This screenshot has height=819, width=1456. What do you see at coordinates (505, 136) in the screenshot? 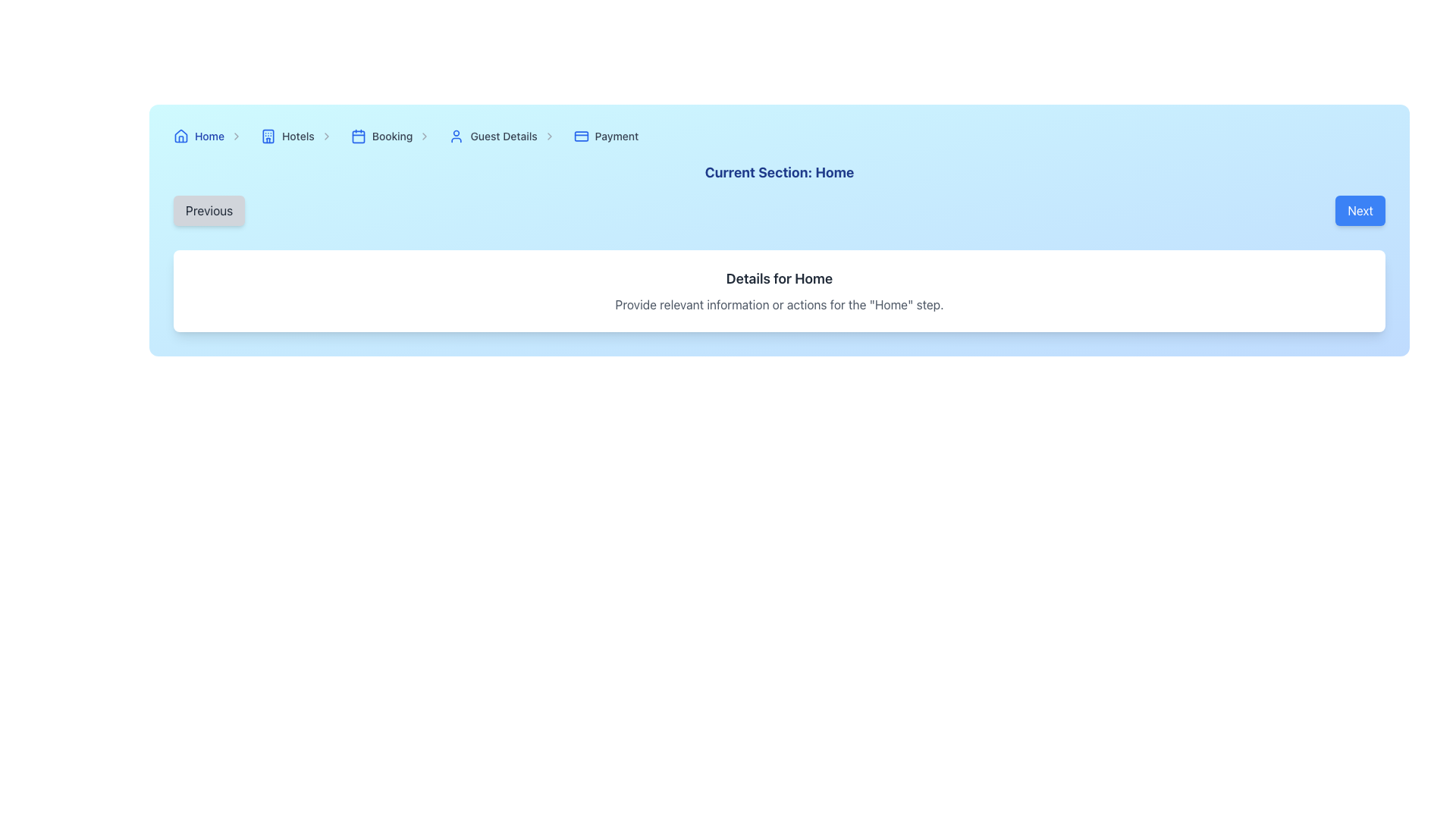
I see `the 'Guest Details' breadcrumb navigation link` at bounding box center [505, 136].